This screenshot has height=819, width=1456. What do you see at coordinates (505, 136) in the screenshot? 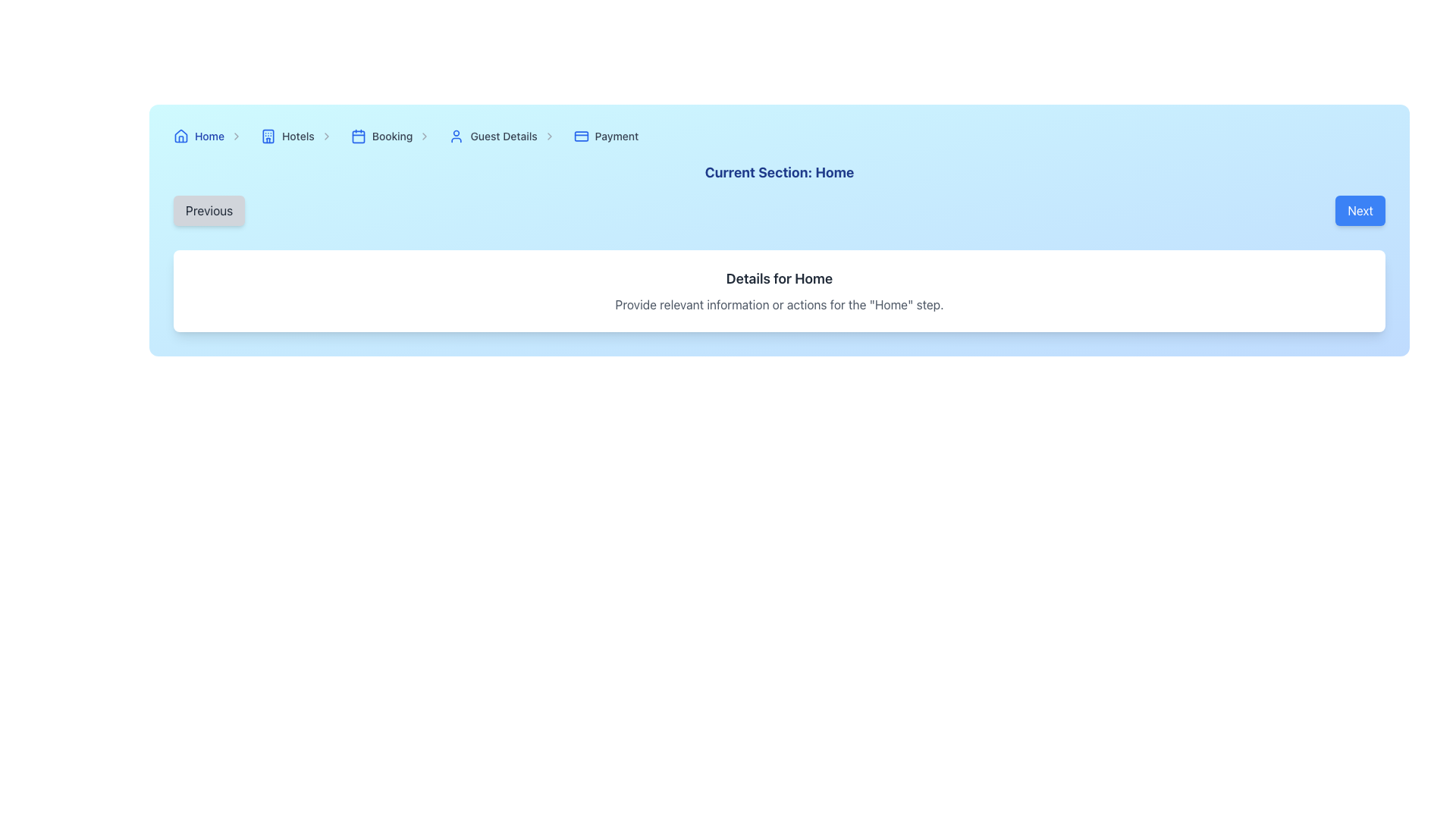
I see `the 'Guest Details' breadcrumb navigation link` at bounding box center [505, 136].